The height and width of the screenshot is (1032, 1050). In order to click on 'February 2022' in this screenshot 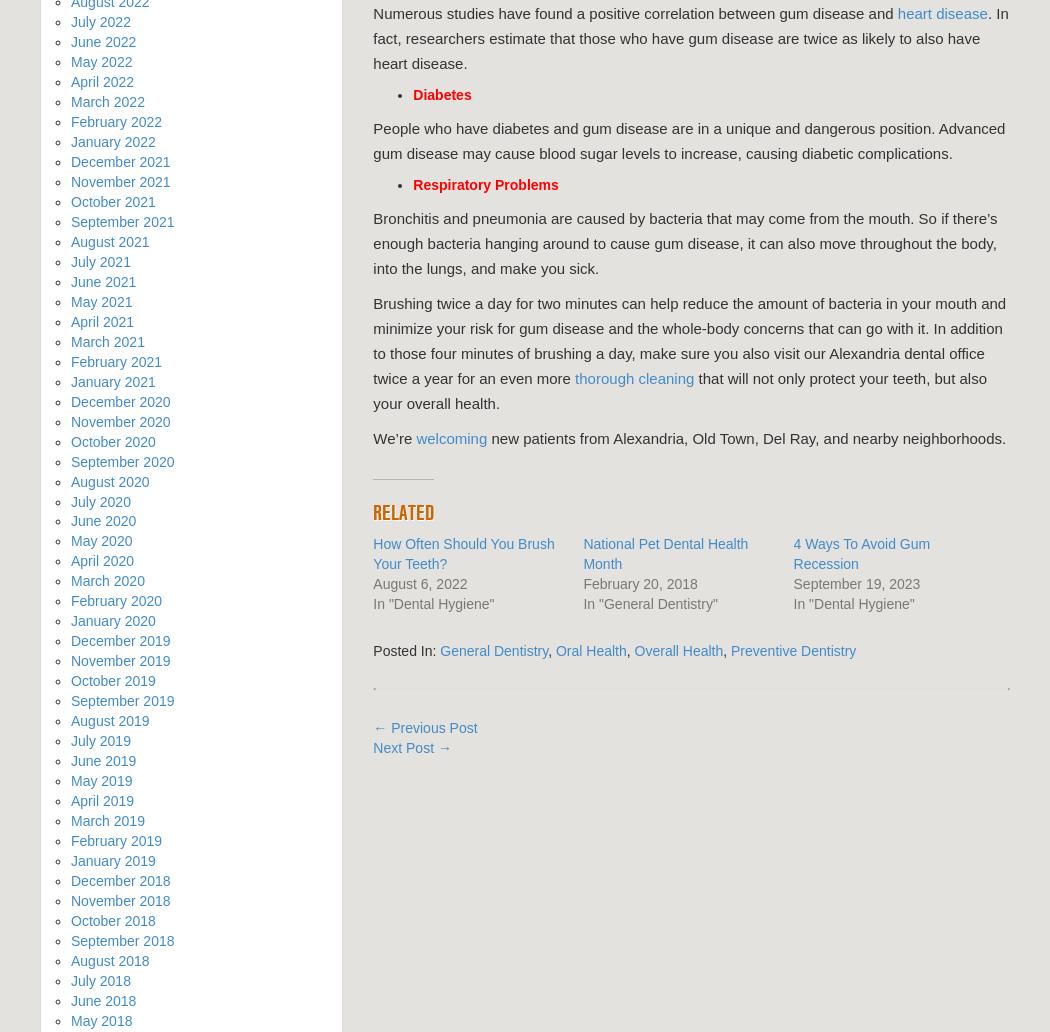, I will do `click(115, 120)`.